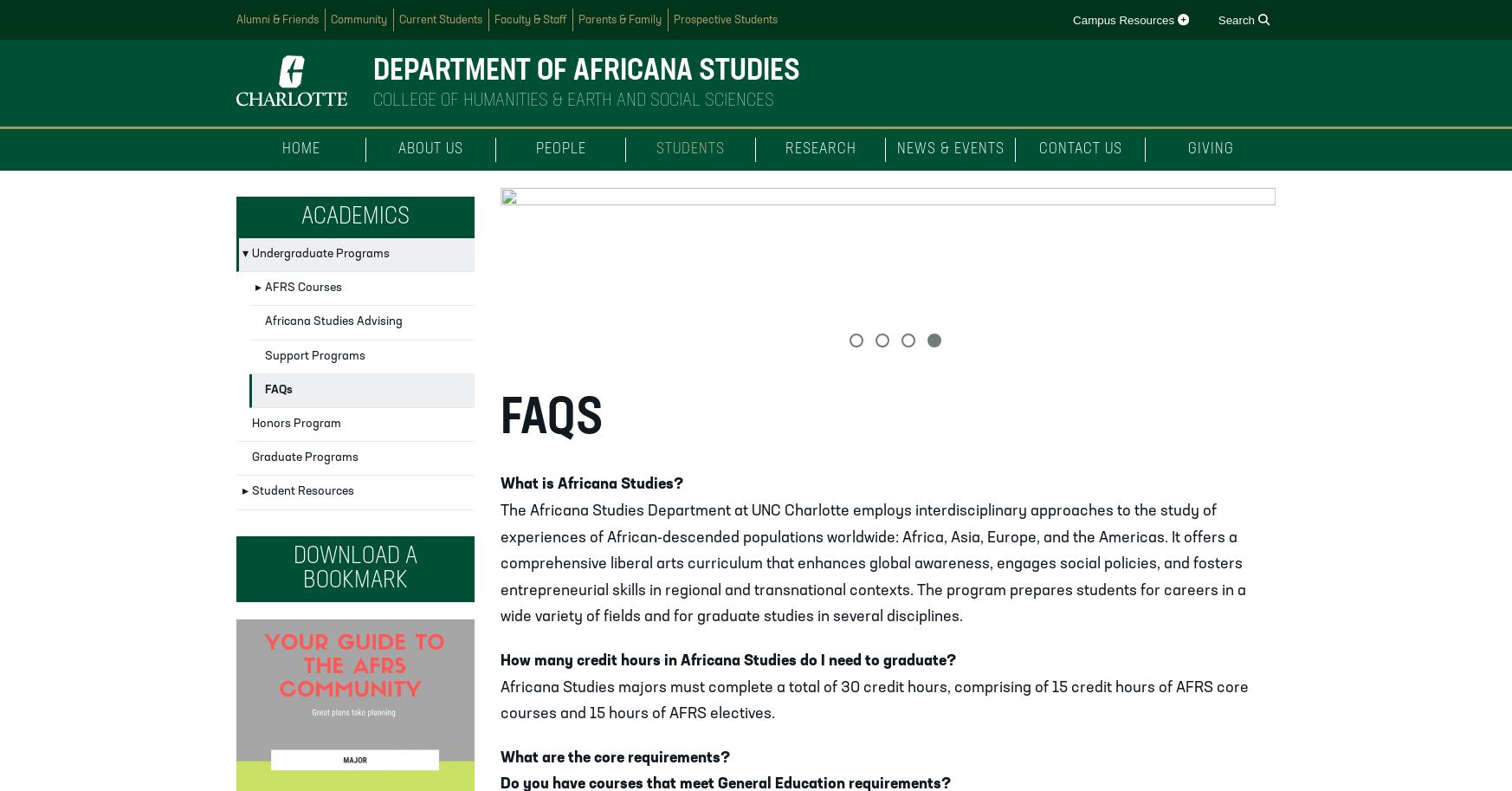 Image resolution: width=1512 pixels, height=791 pixels. I want to click on 'Contact Us', so click(1078, 149).